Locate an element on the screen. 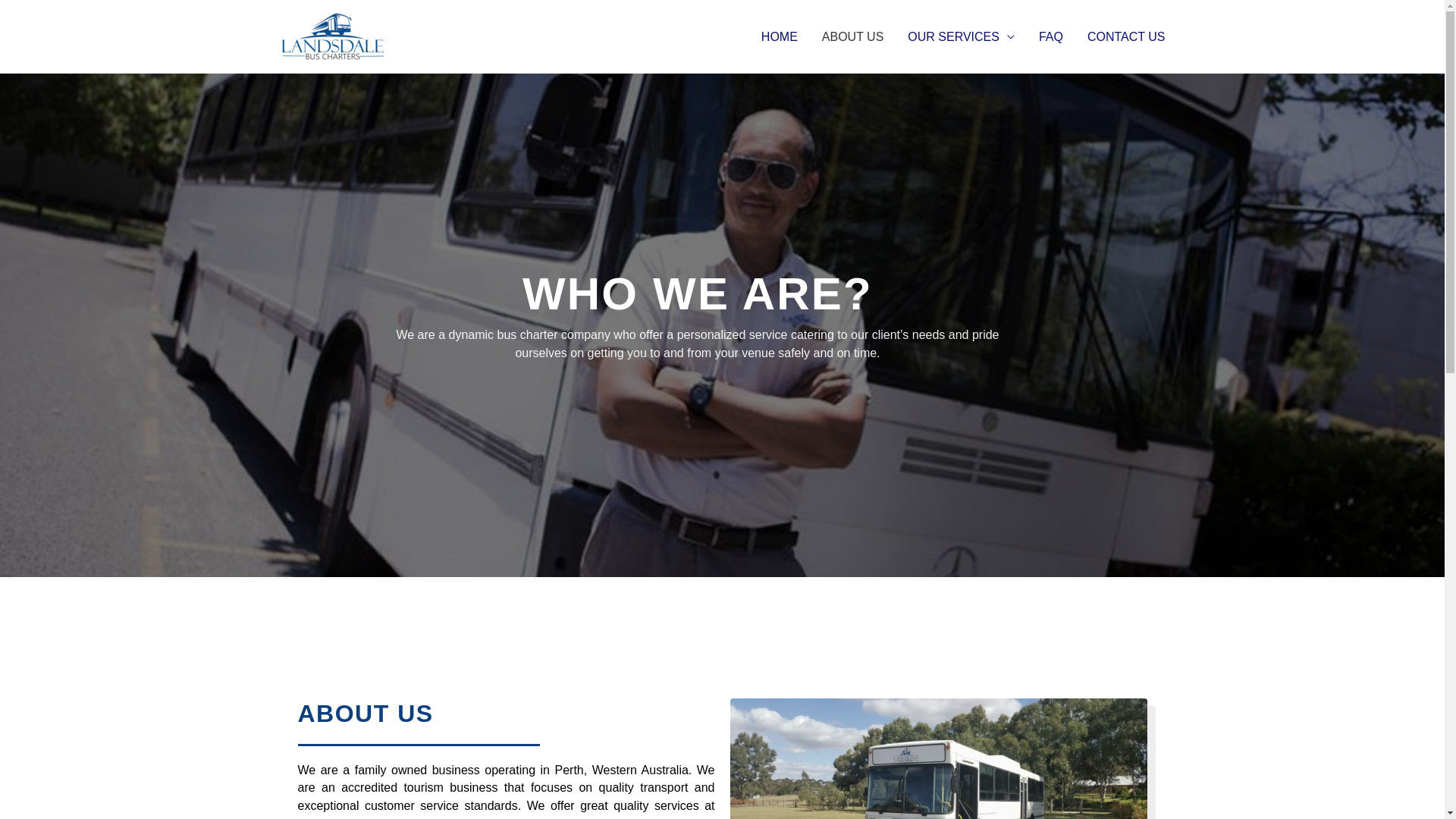  'FAQ' is located at coordinates (1050, 35).